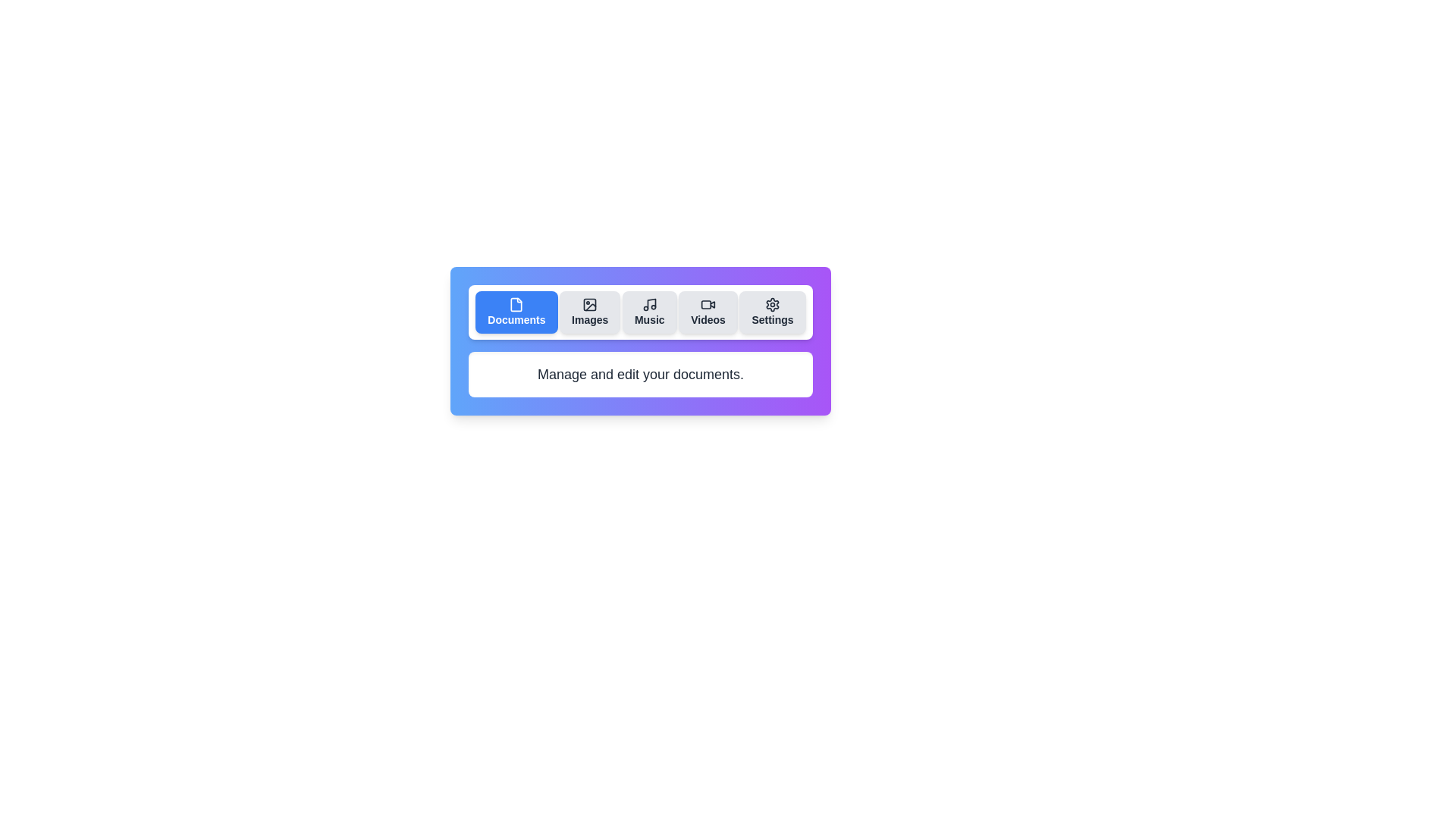 Image resolution: width=1456 pixels, height=819 pixels. Describe the element at coordinates (772, 312) in the screenshot. I see `the tab labeled Settings to view its content` at that location.